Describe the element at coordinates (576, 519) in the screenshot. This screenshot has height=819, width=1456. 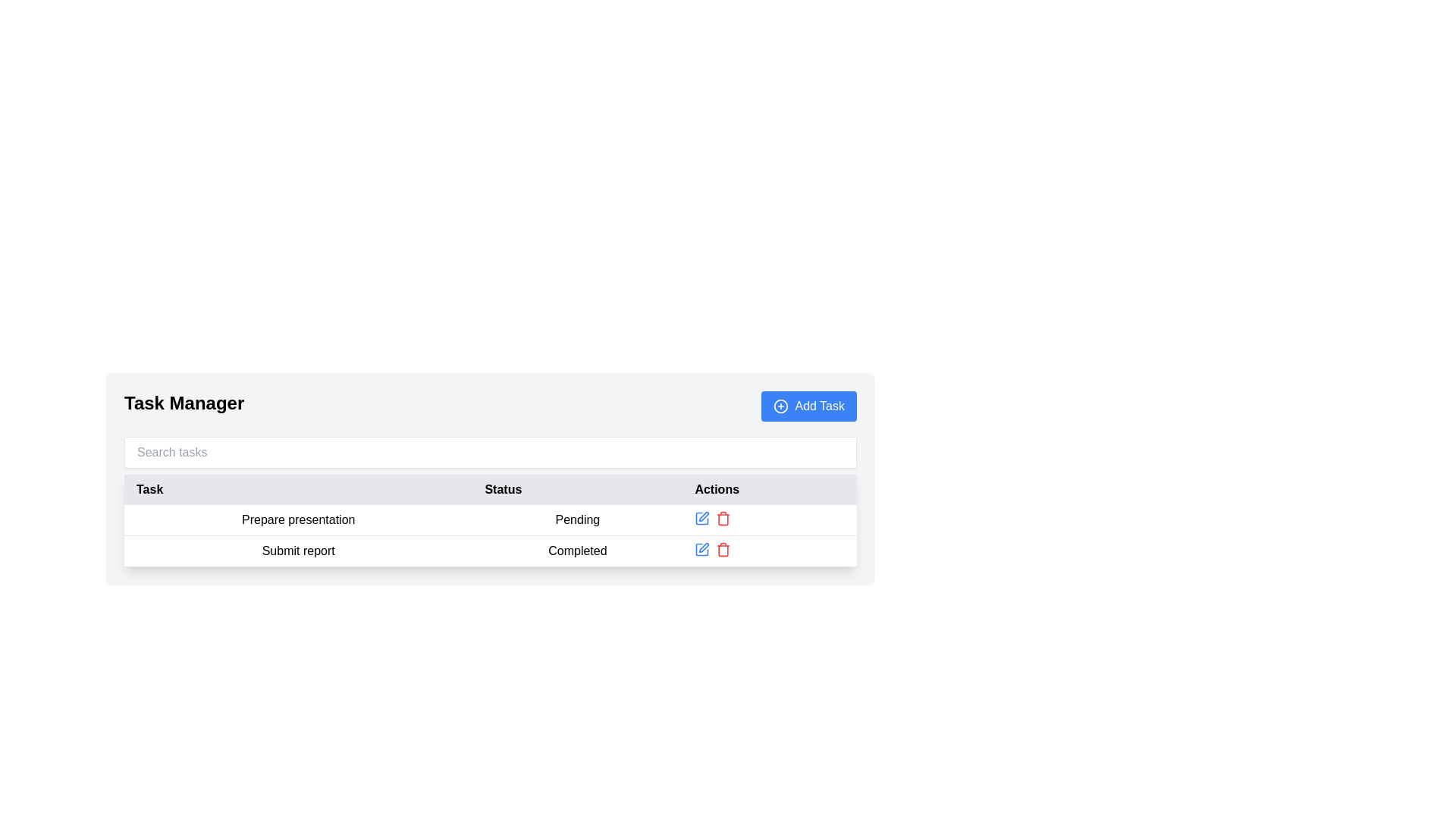
I see `the 'Pending' text label in the 'Status' column, which is displayed in black font on a white background, located in the first row under the 'Prepare presentation' label` at that location.